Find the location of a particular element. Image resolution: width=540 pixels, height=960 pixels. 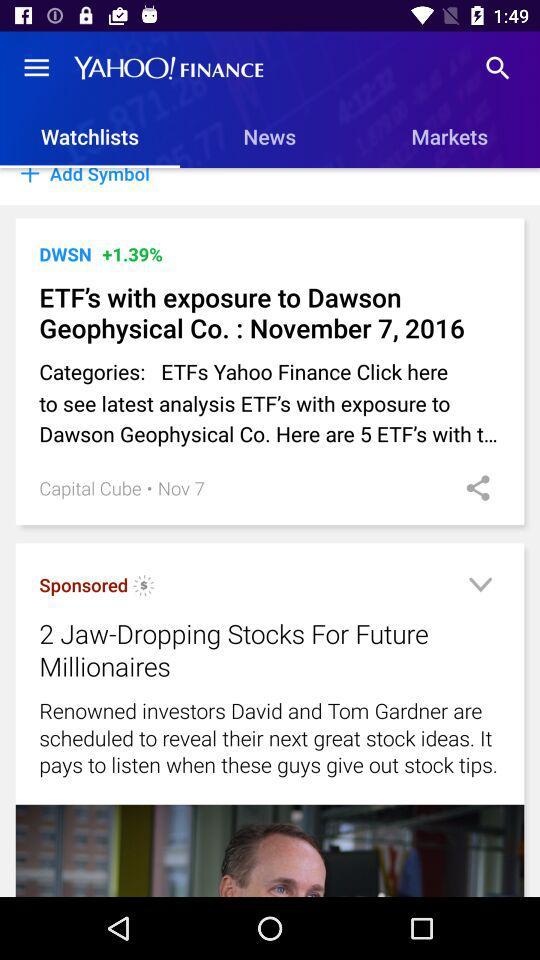

item above etf s with icon is located at coordinates (65, 253).